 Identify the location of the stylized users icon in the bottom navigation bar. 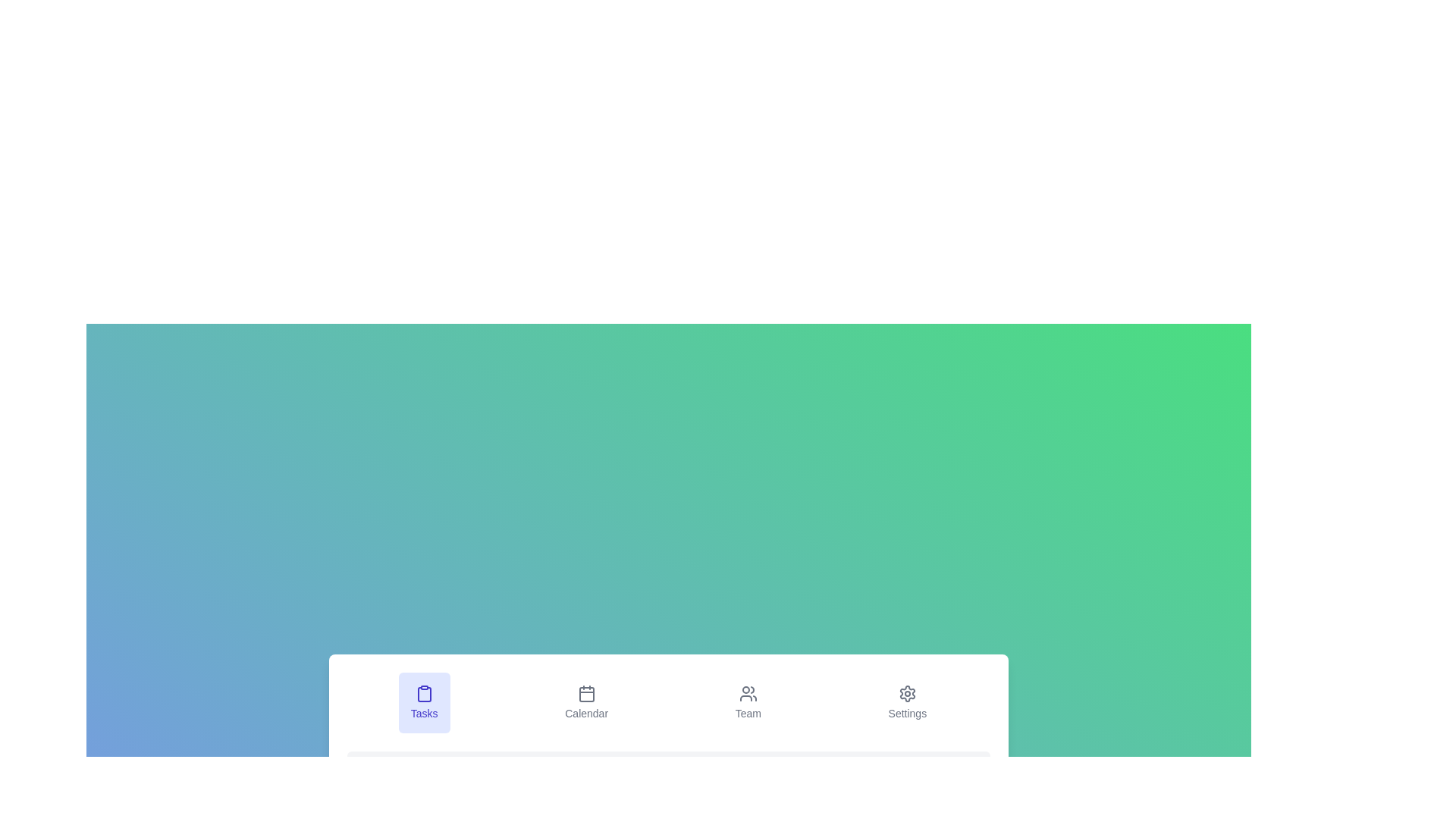
(748, 693).